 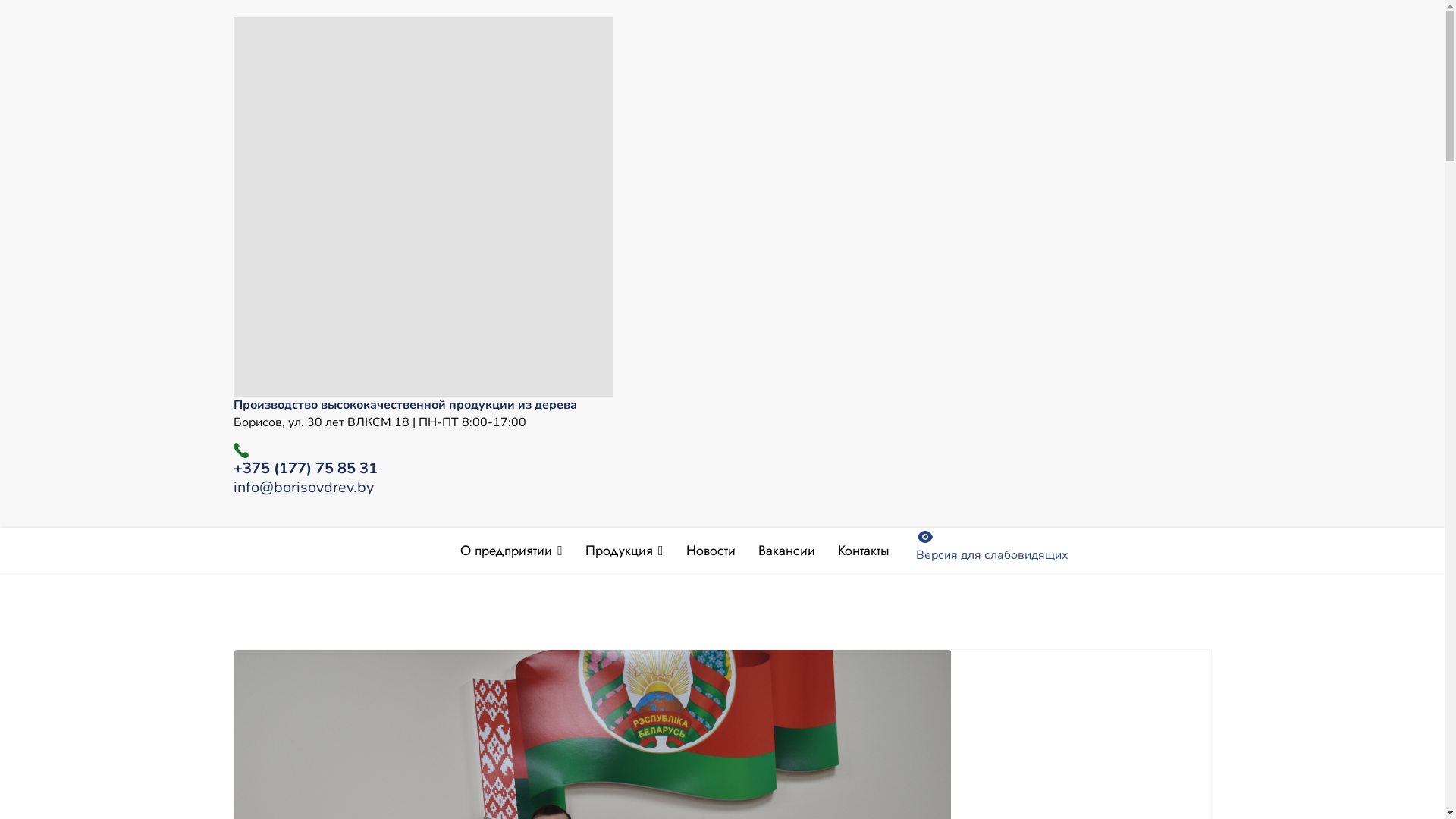 I want to click on '+375 (177) 75 85 31', so click(x=305, y=467).